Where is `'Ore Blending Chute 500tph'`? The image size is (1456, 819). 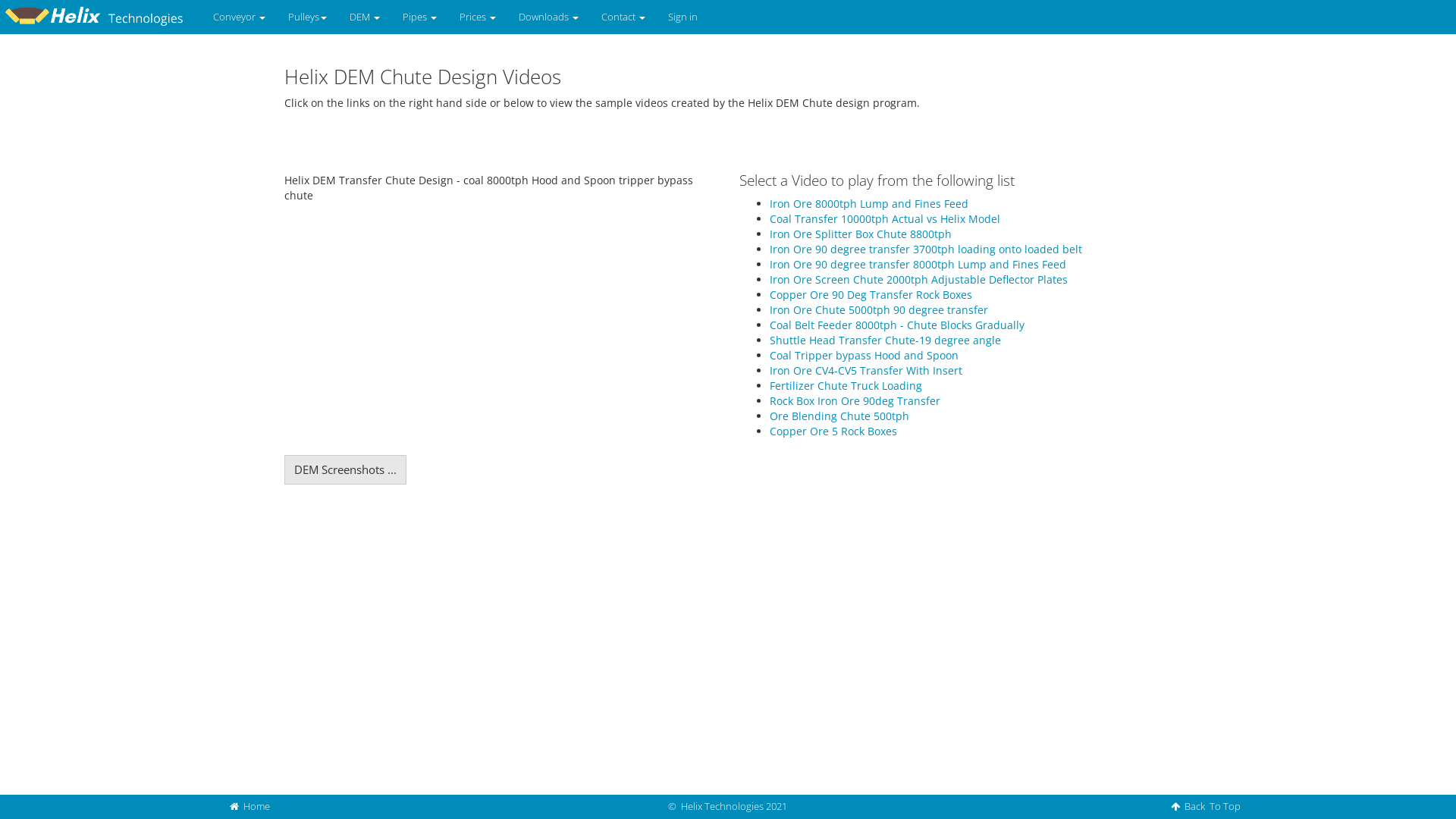
'Ore Blending Chute 500tph' is located at coordinates (839, 416).